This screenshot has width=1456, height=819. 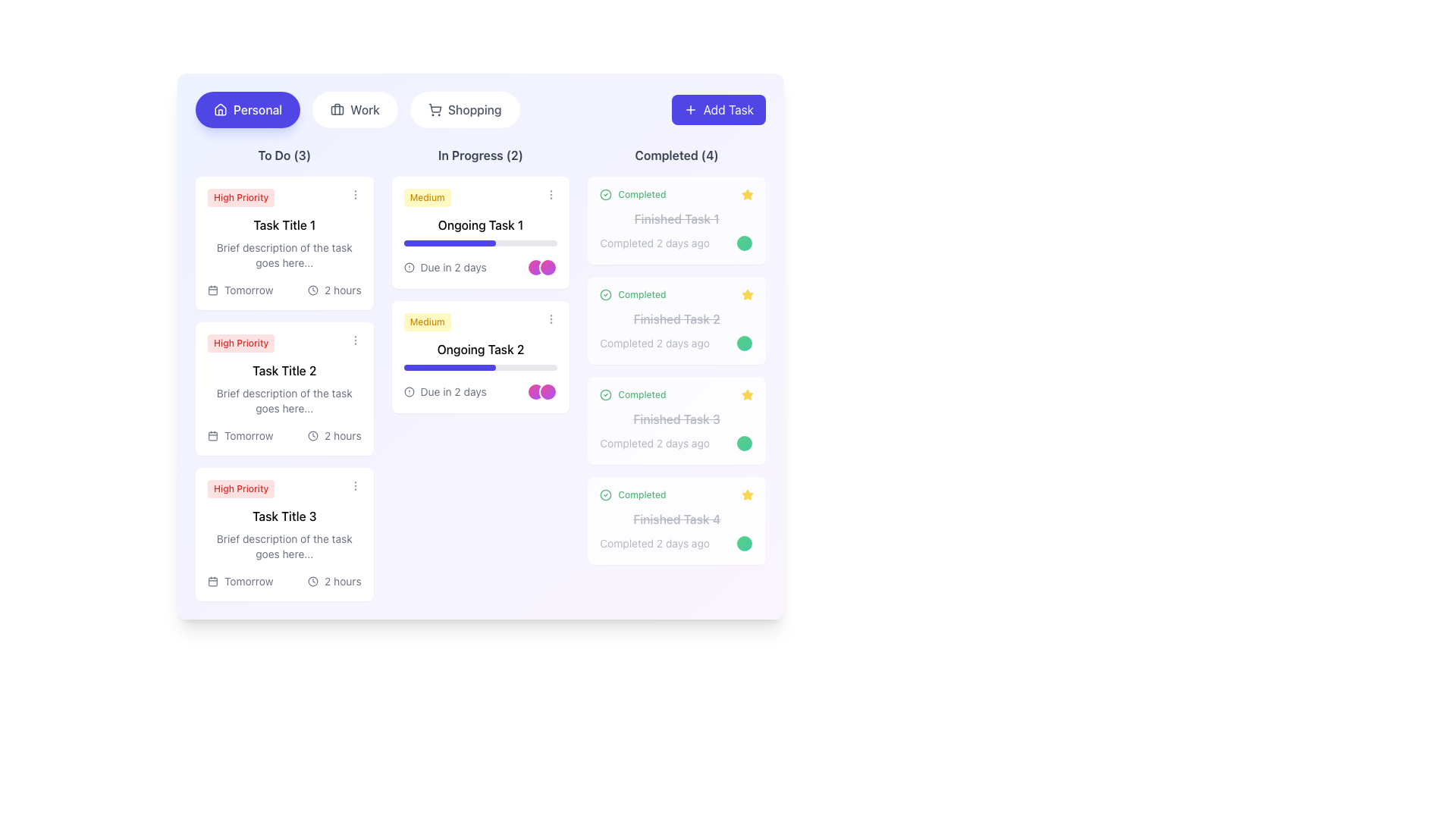 What do you see at coordinates (312, 435) in the screenshot?
I see `the clock icon that visually indicates a time duration of '2 hours' within the card labeled 'Task Title 2' in the 'To Do' list` at bounding box center [312, 435].